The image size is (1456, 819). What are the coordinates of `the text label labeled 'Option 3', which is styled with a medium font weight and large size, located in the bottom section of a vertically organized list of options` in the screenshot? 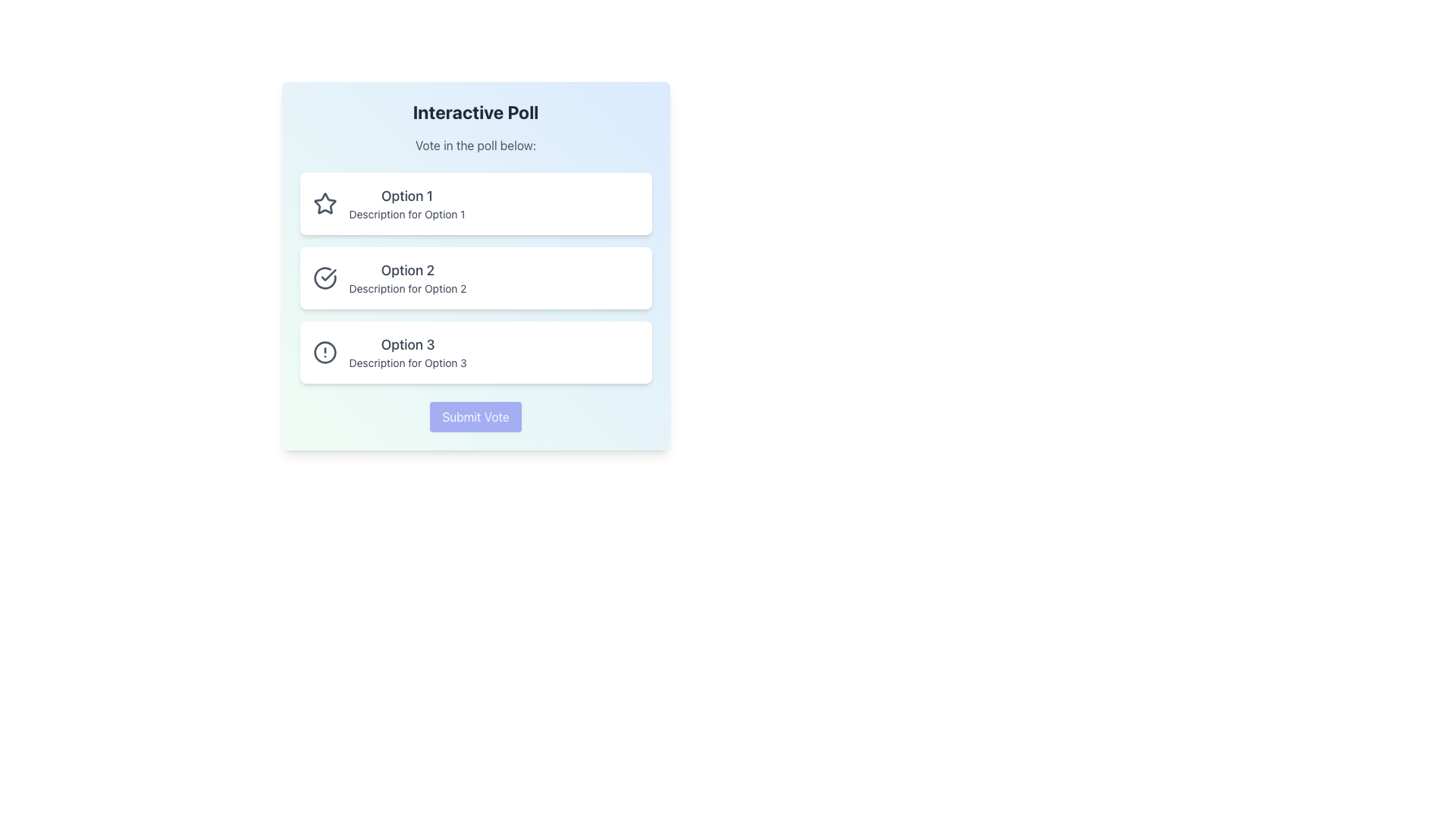 It's located at (408, 345).